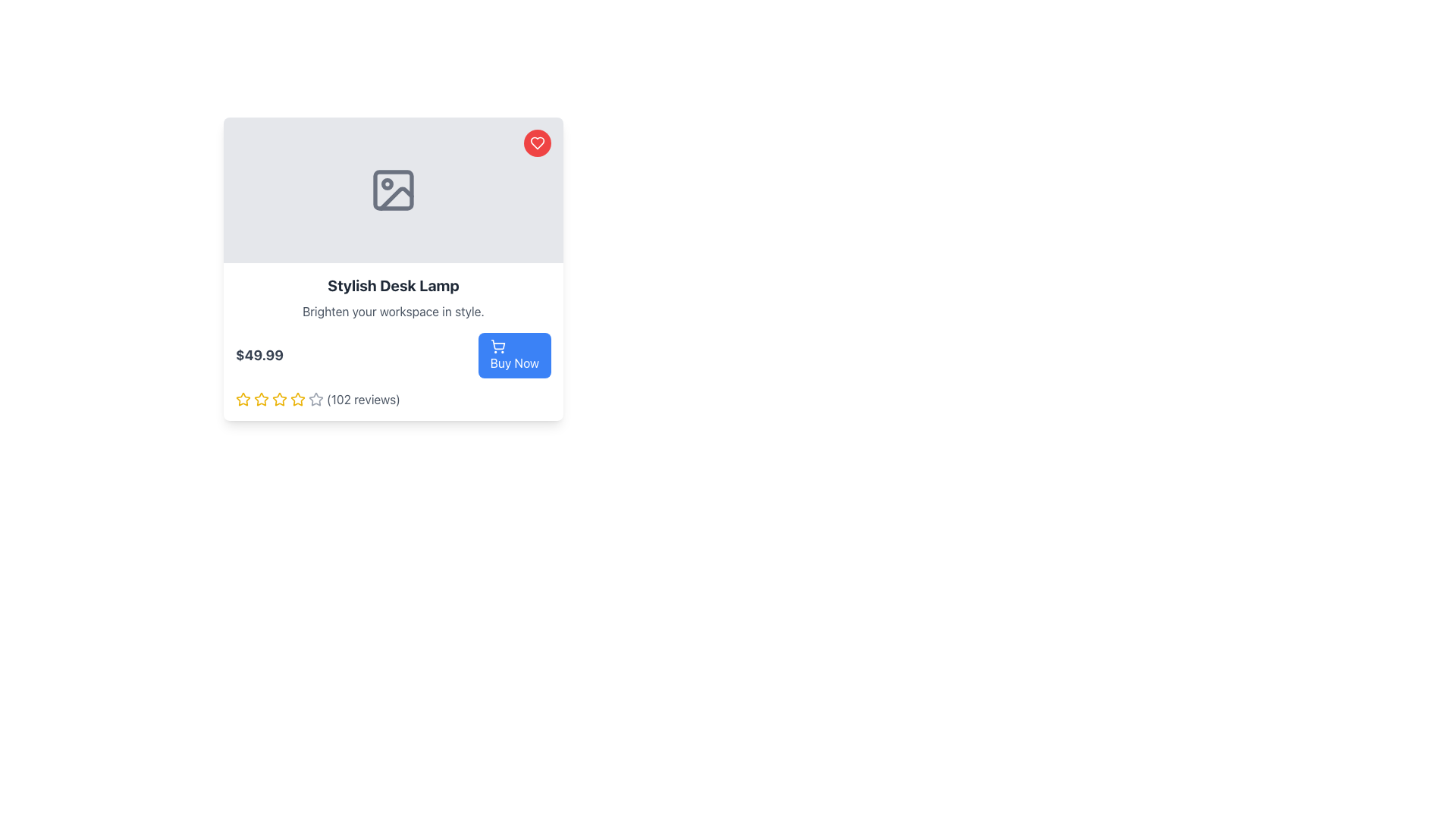  I want to click on the small circle element located in the top-left corner of the photo icon within the SVG graphic, which is the second component among its children, so click(387, 184).